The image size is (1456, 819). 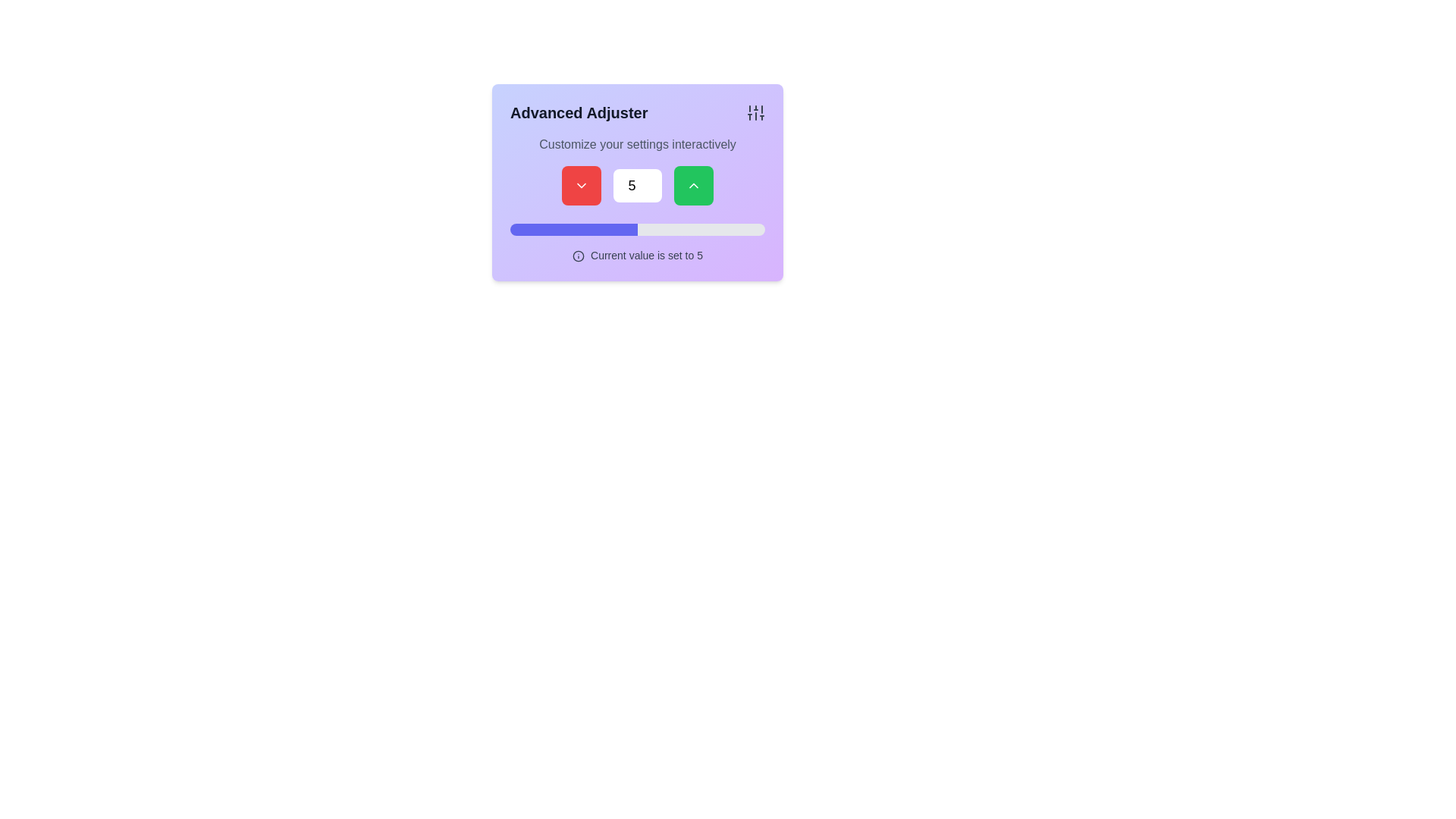 I want to click on the descriptive label element that provides guidance for the settings adjustment interface, located below the 'Advanced Adjuster' header and above the interactive buttons, so click(x=637, y=145).